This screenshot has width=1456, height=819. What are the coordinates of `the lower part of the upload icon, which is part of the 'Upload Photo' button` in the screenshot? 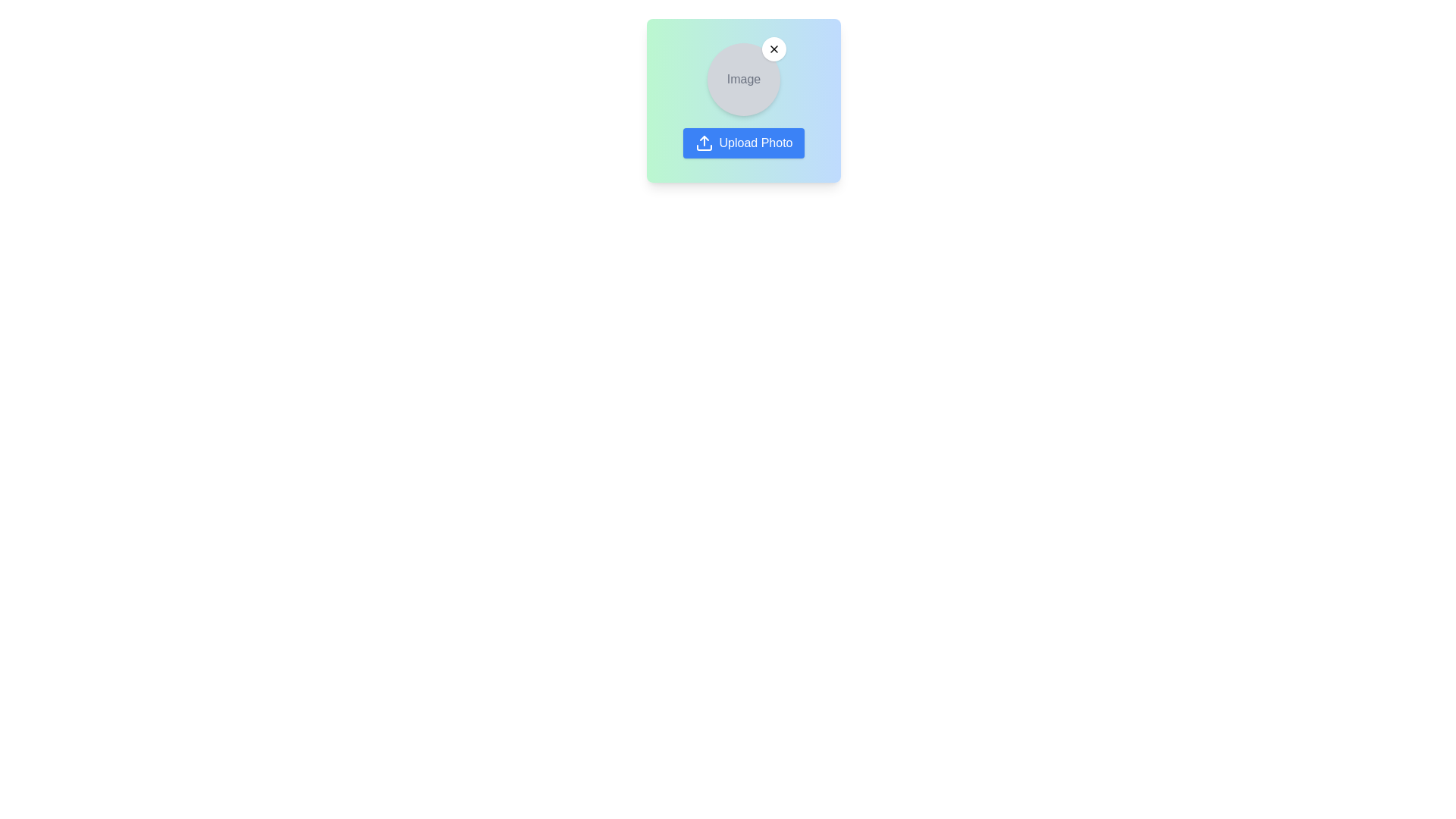 It's located at (703, 148).